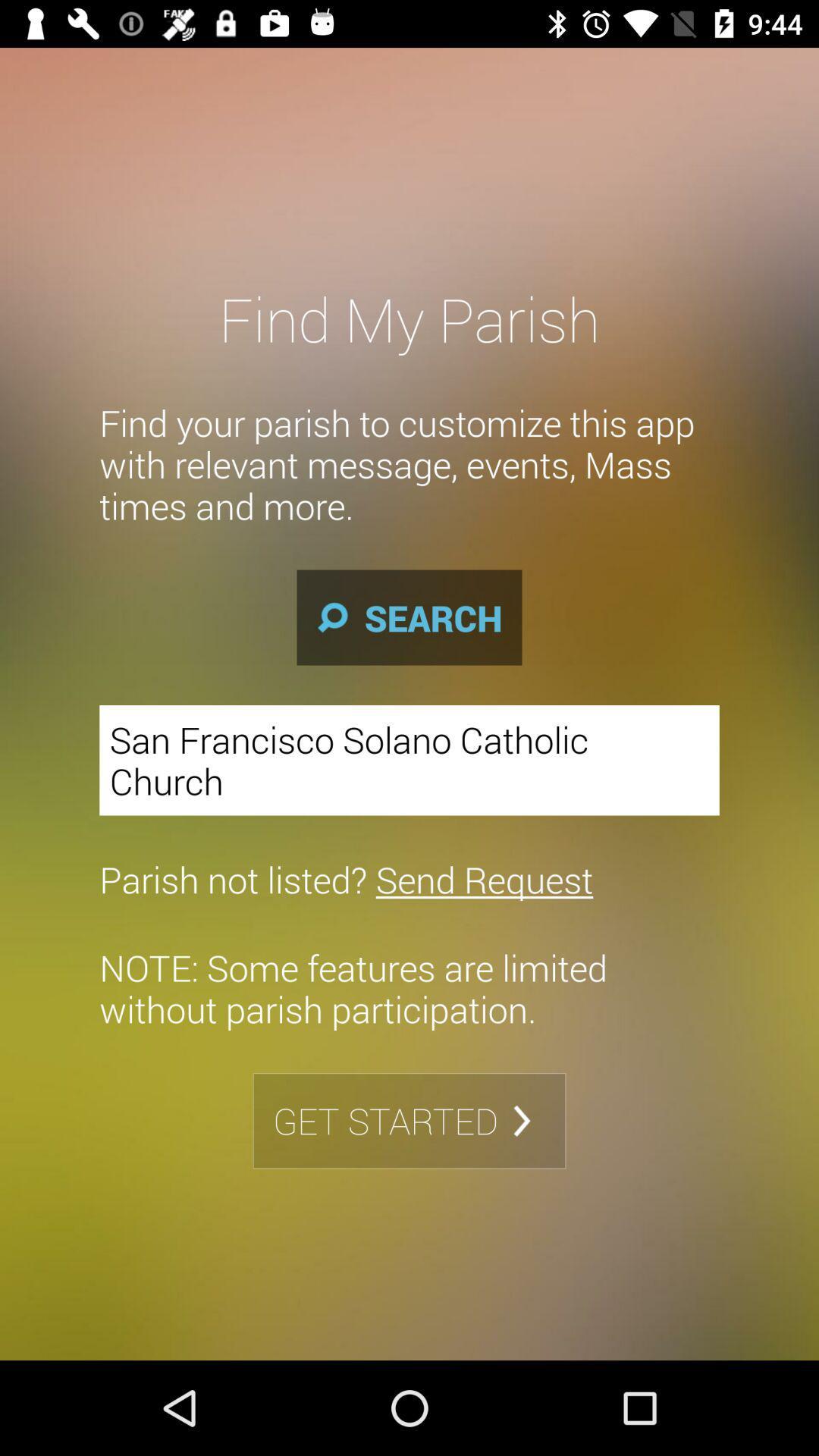 This screenshot has height=1456, width=819. What do you see at coordinates (409, 1121) in the screenshot?
I see `the get started` at bounding box center [409, 1121].